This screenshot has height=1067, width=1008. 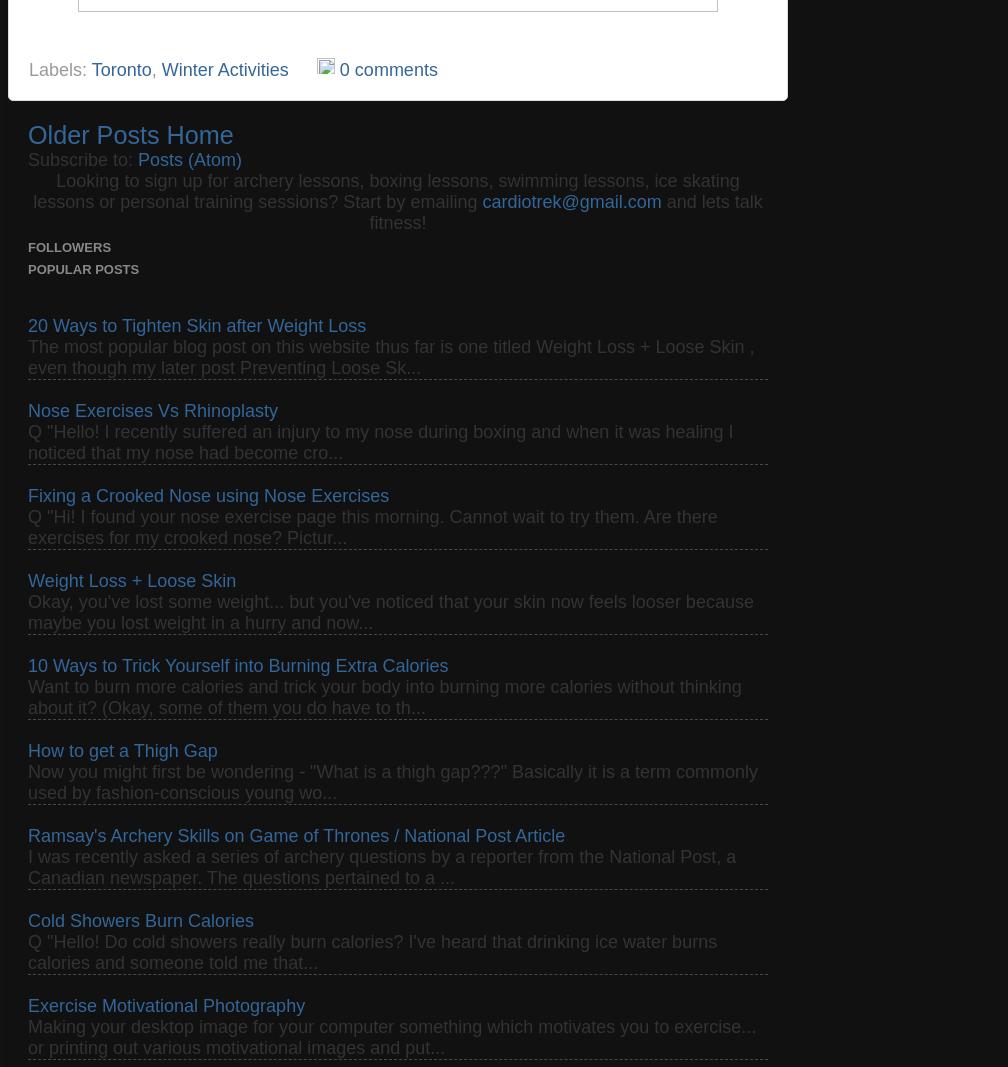 I want to click on 'Q   "Hello! Do cold showers really burn calories? I've heard that drinking ice water burns calories and someone told me that...', so click(x=372, y=951).